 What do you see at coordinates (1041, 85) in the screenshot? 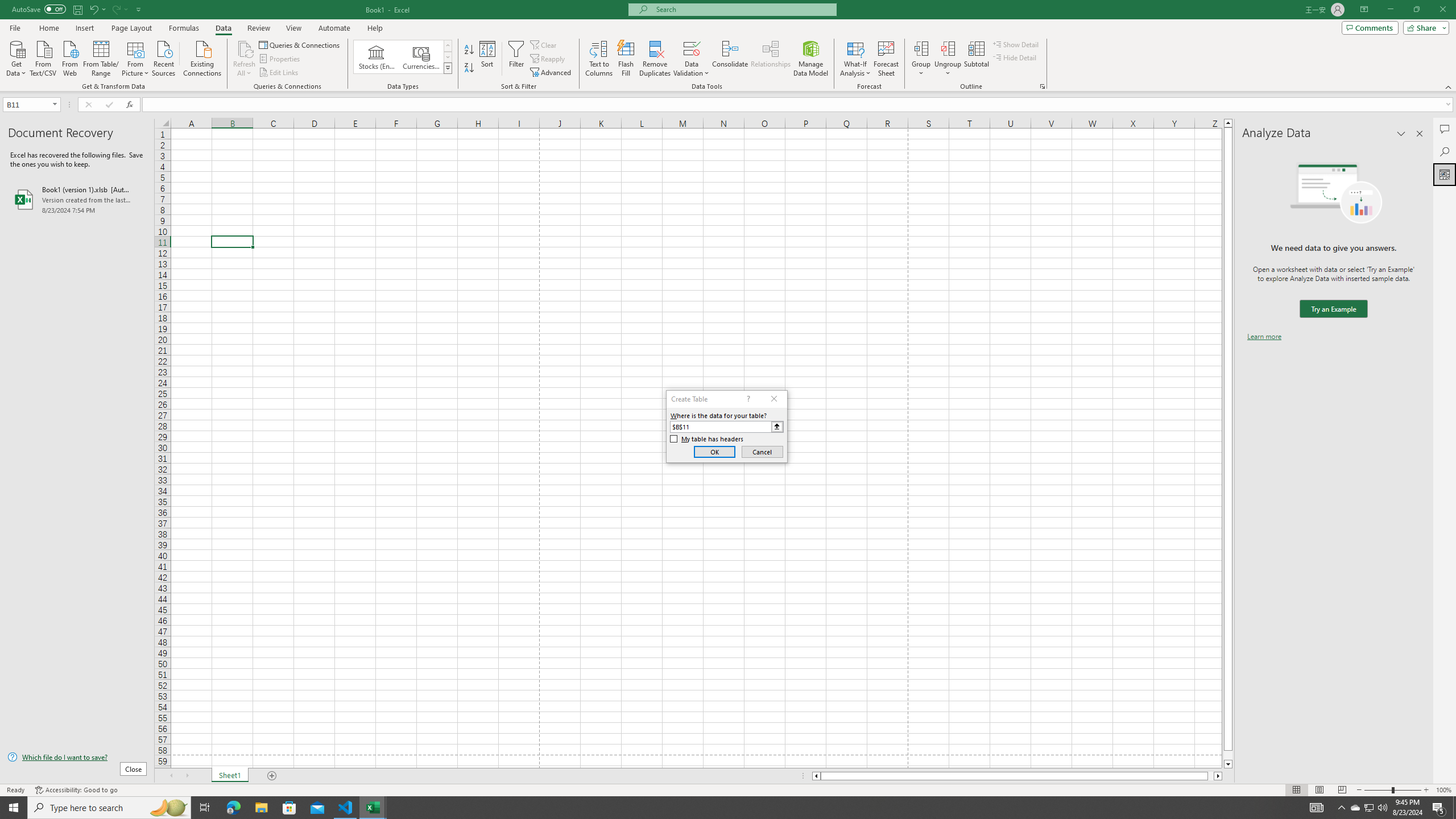
I see `'Group and Outline Settings'` at bounding box center [1041, 85].